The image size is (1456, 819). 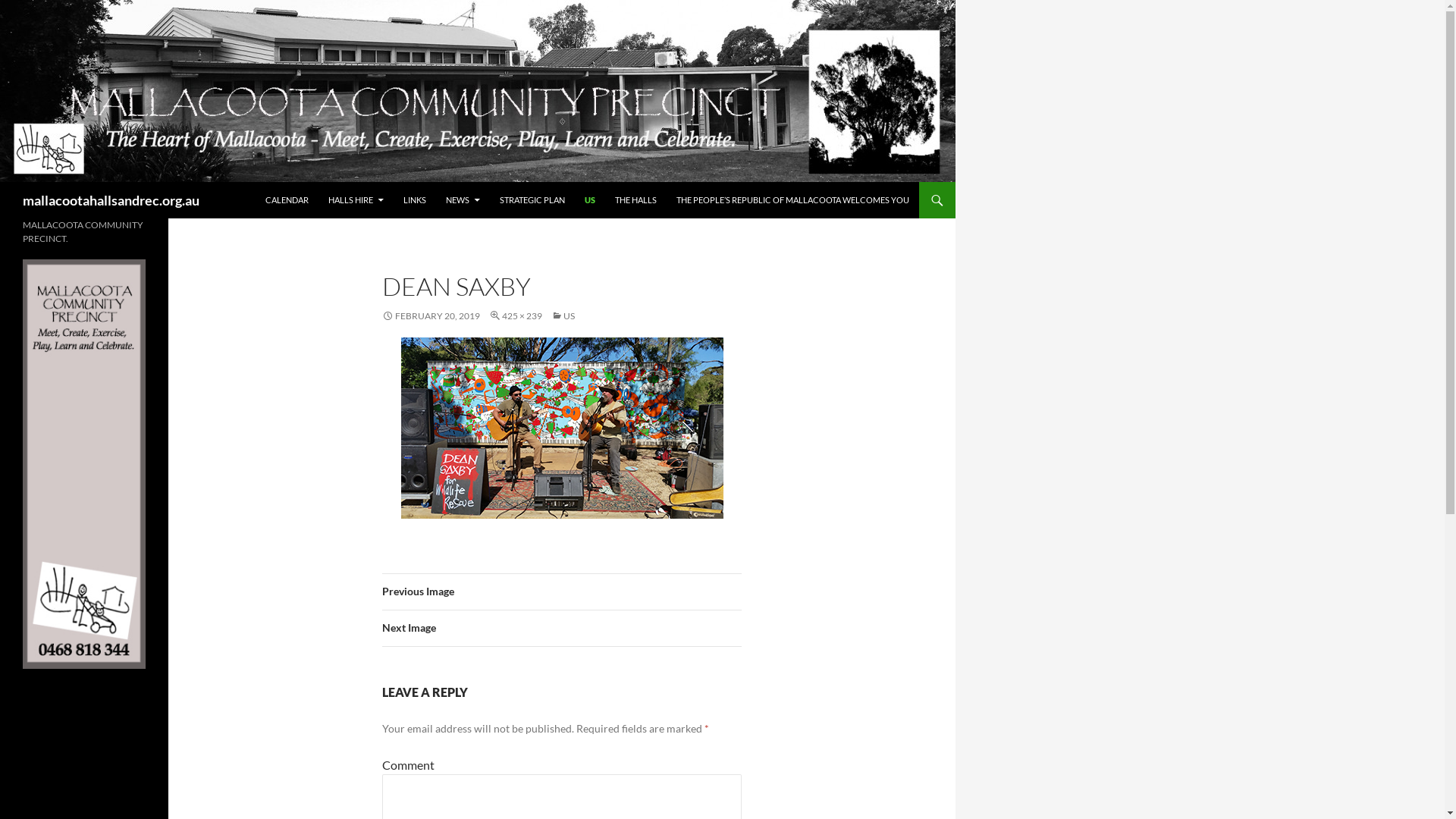 I want to click on 'mallacootahallsandrec.org.au', so click(x=110, y=199).